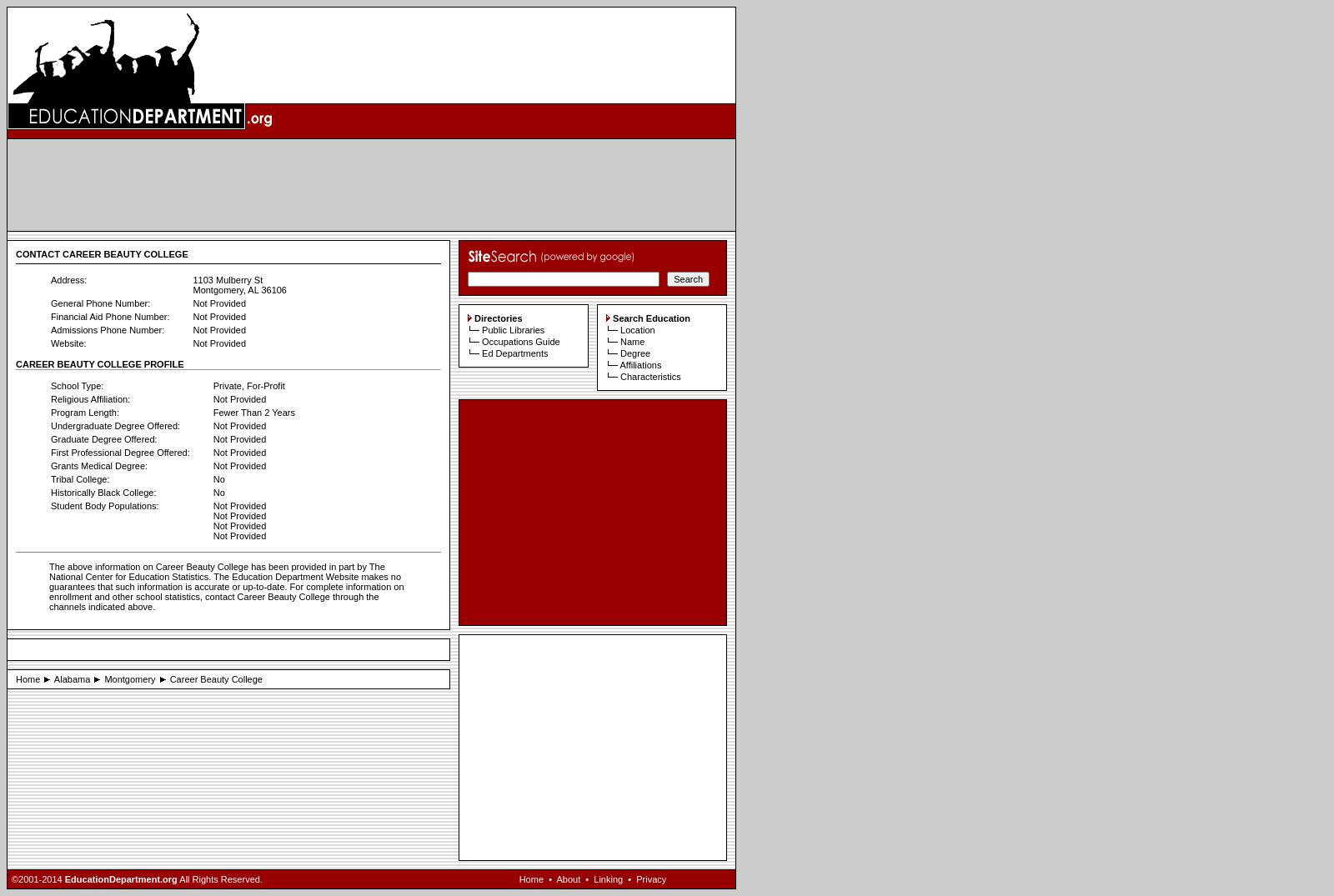  I want to click on 'Tribal College:', so click(79, 479).